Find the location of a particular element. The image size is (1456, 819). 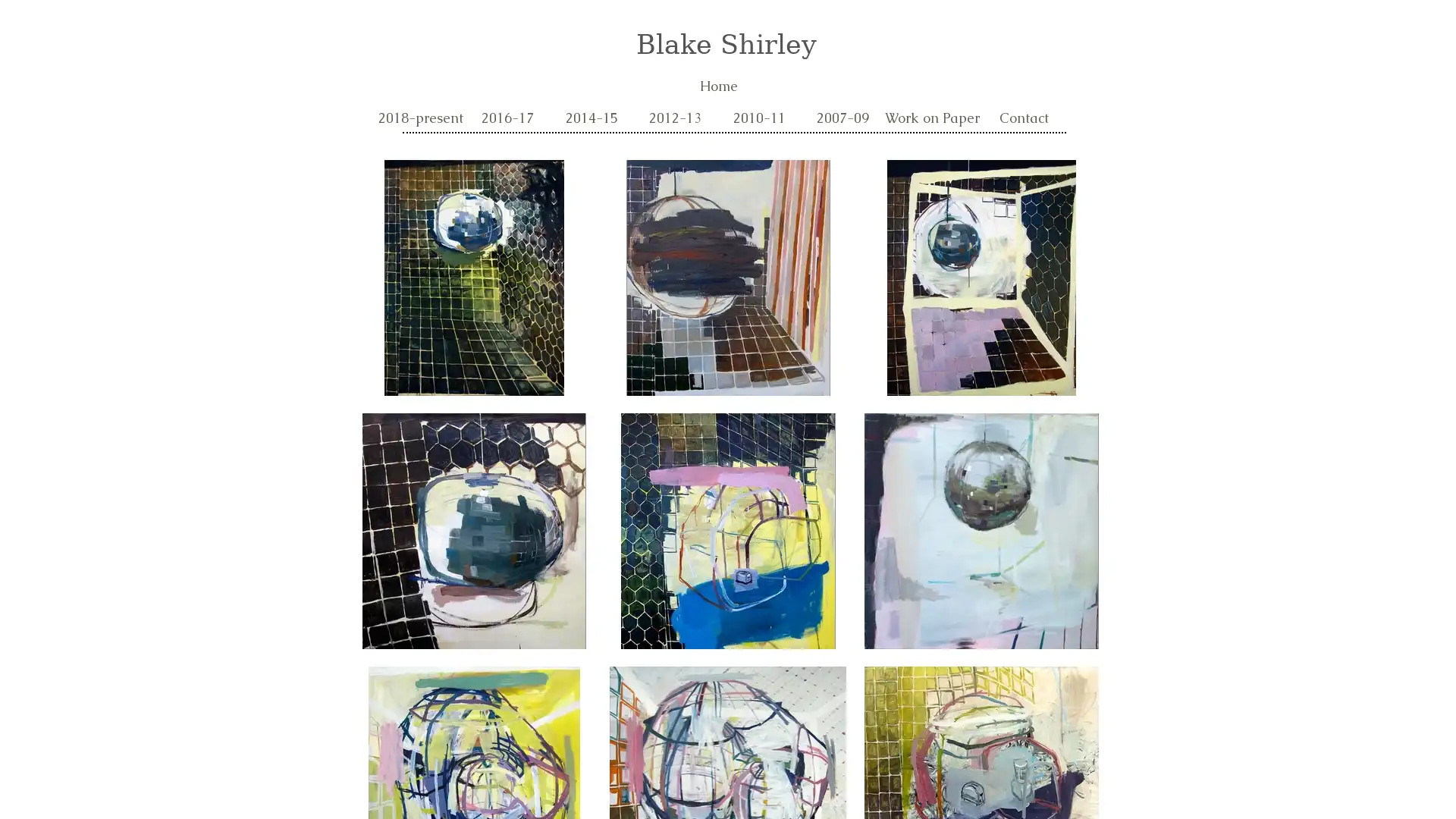

4.jpg is located at coordinates (728, 278).